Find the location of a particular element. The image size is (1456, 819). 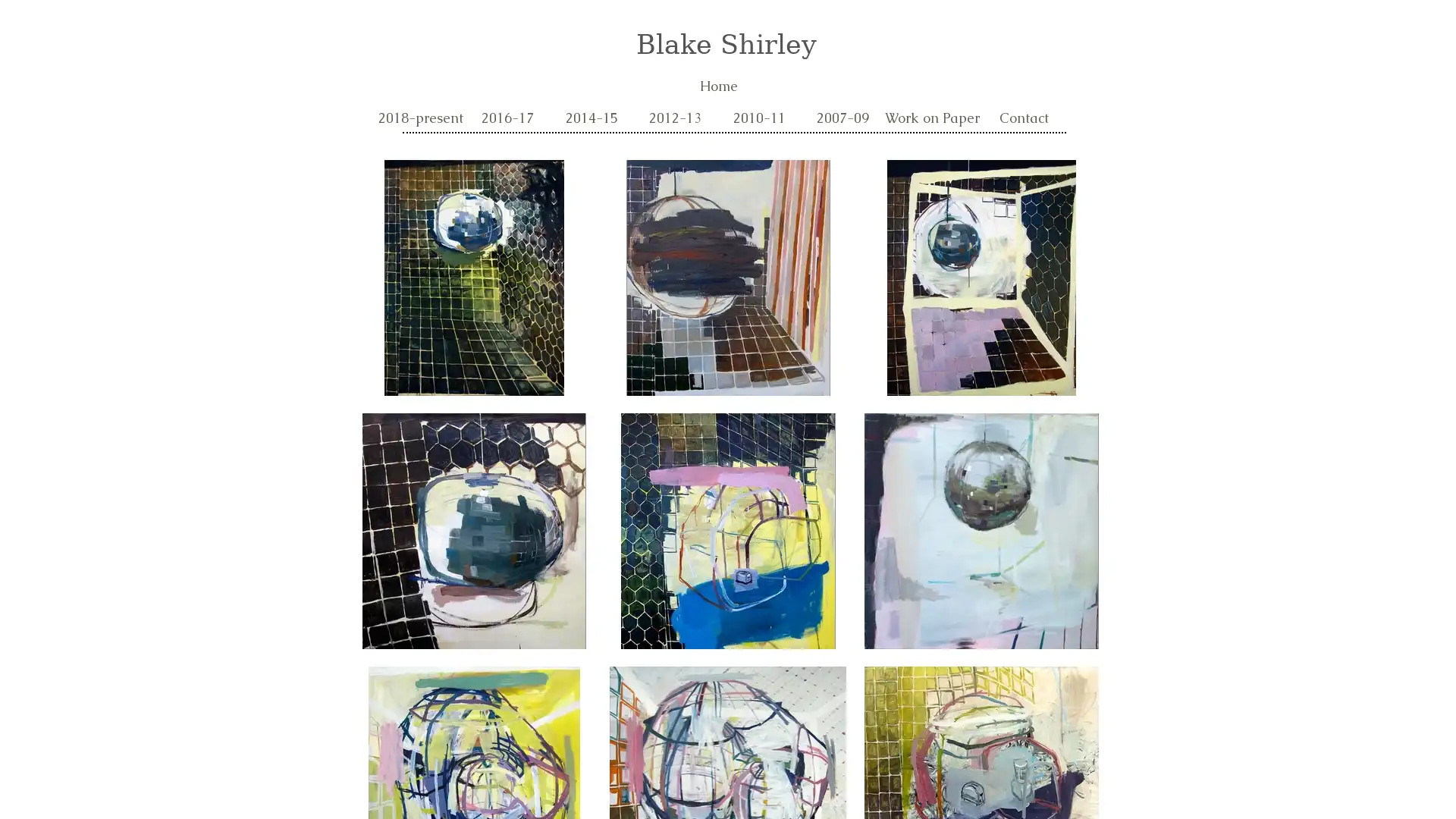

4.jpg is located at coordinates (728, 278).